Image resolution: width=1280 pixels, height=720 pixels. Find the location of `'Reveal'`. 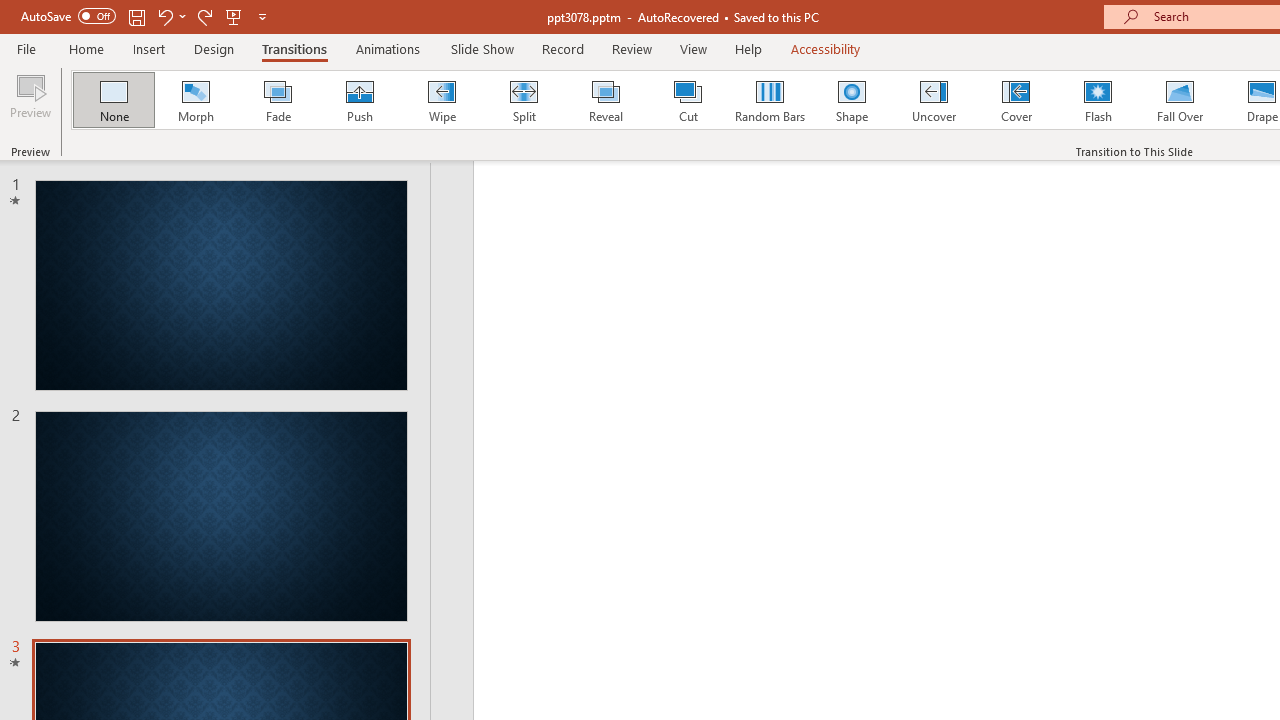

'Reveal' is located at coordinates (604, 100).